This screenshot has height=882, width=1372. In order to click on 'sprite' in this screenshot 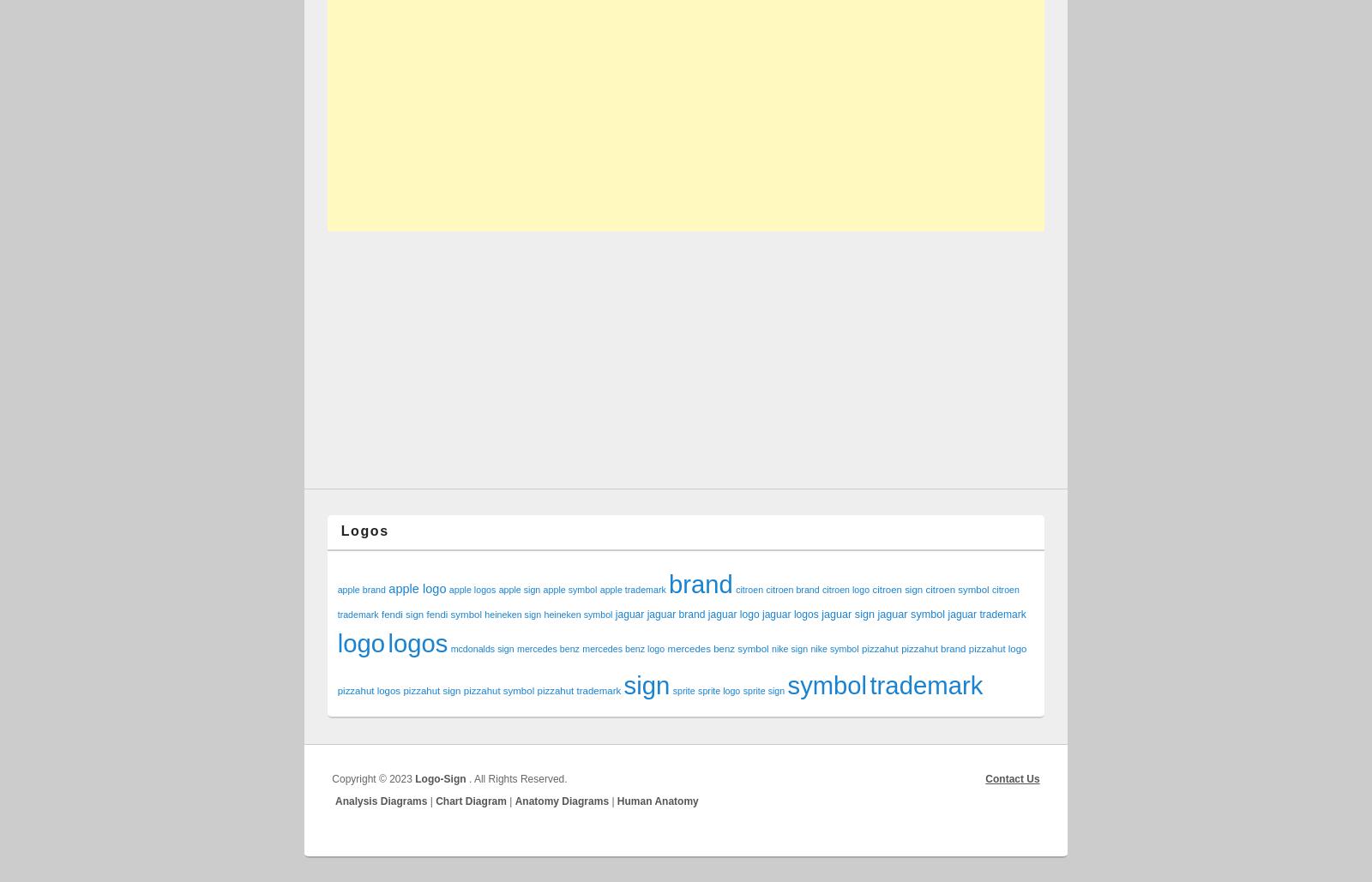, I will do `click(683, 689)`.